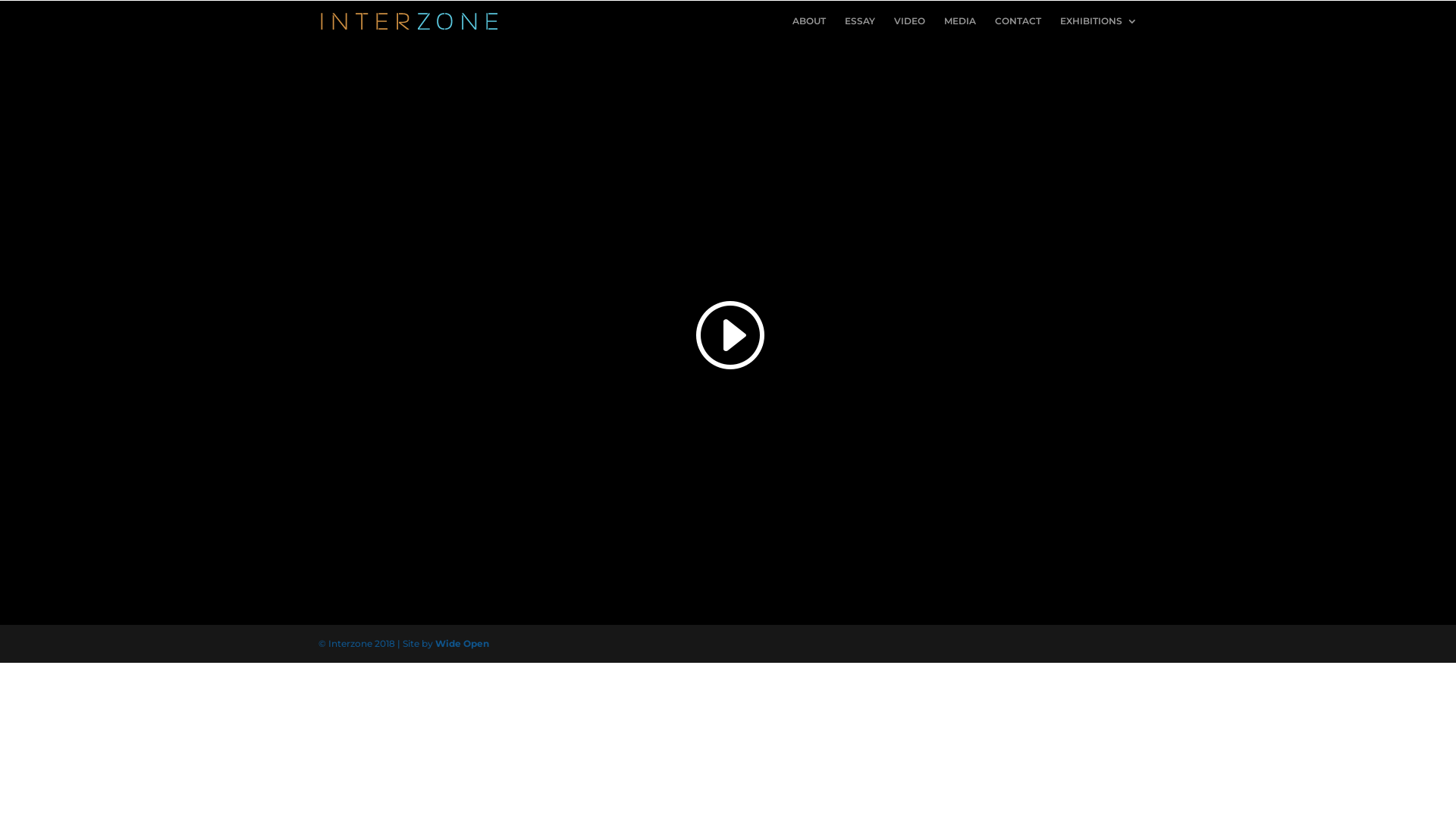  I want to click on 'ABOUT', so click(808, 29).